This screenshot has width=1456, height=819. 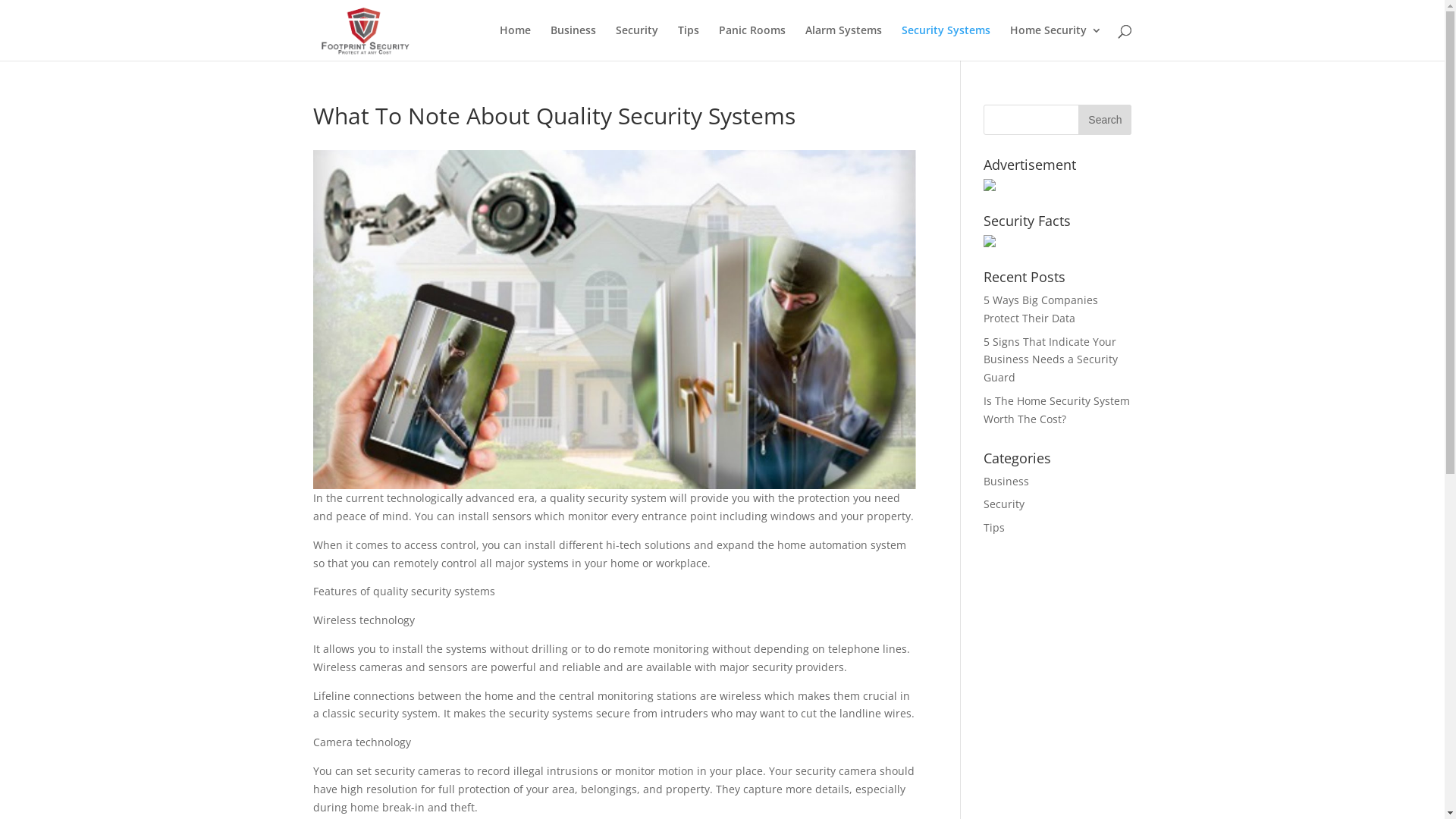 What do you see at coordinates (843, 42) in the screenshot?
I see `'Alarm Systems'` at bounding box center [843, 42].